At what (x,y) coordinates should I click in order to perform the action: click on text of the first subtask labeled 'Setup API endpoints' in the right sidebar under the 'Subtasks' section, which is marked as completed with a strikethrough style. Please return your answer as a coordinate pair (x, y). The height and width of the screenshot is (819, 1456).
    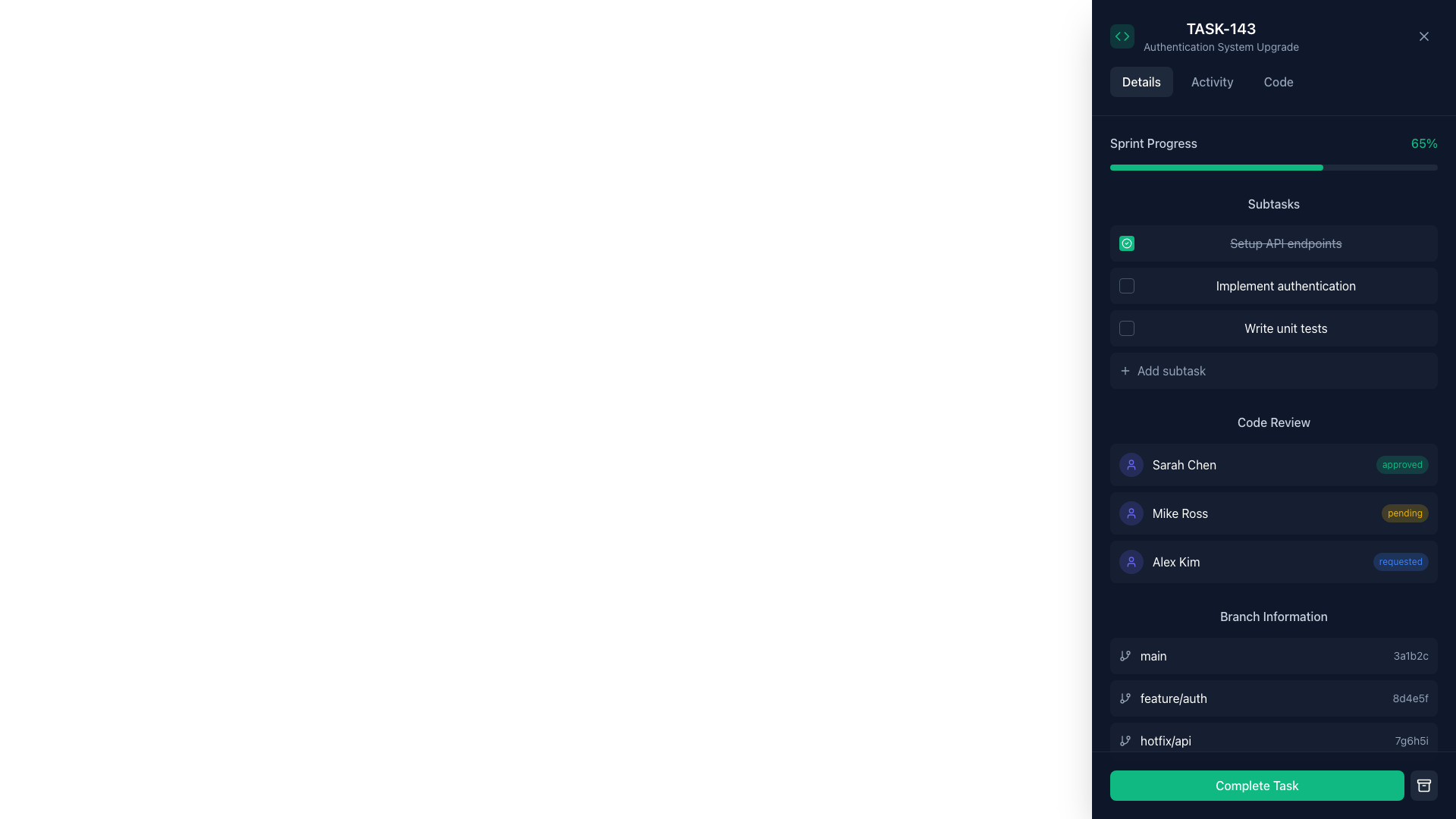
    Looking at the image, I should click on (1285, 242).